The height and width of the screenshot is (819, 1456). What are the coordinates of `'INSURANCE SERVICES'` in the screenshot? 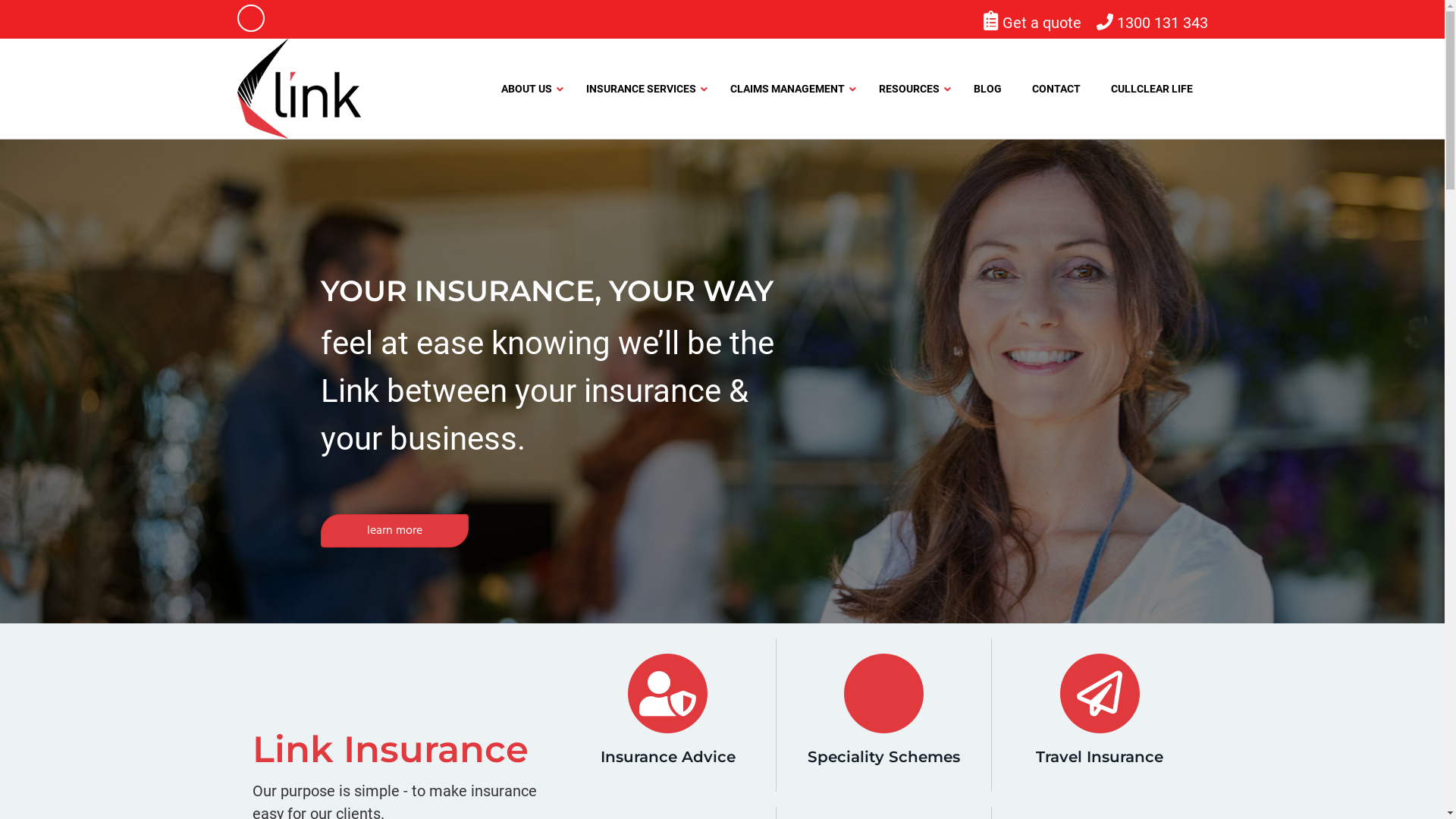 It's located at (570, 88).